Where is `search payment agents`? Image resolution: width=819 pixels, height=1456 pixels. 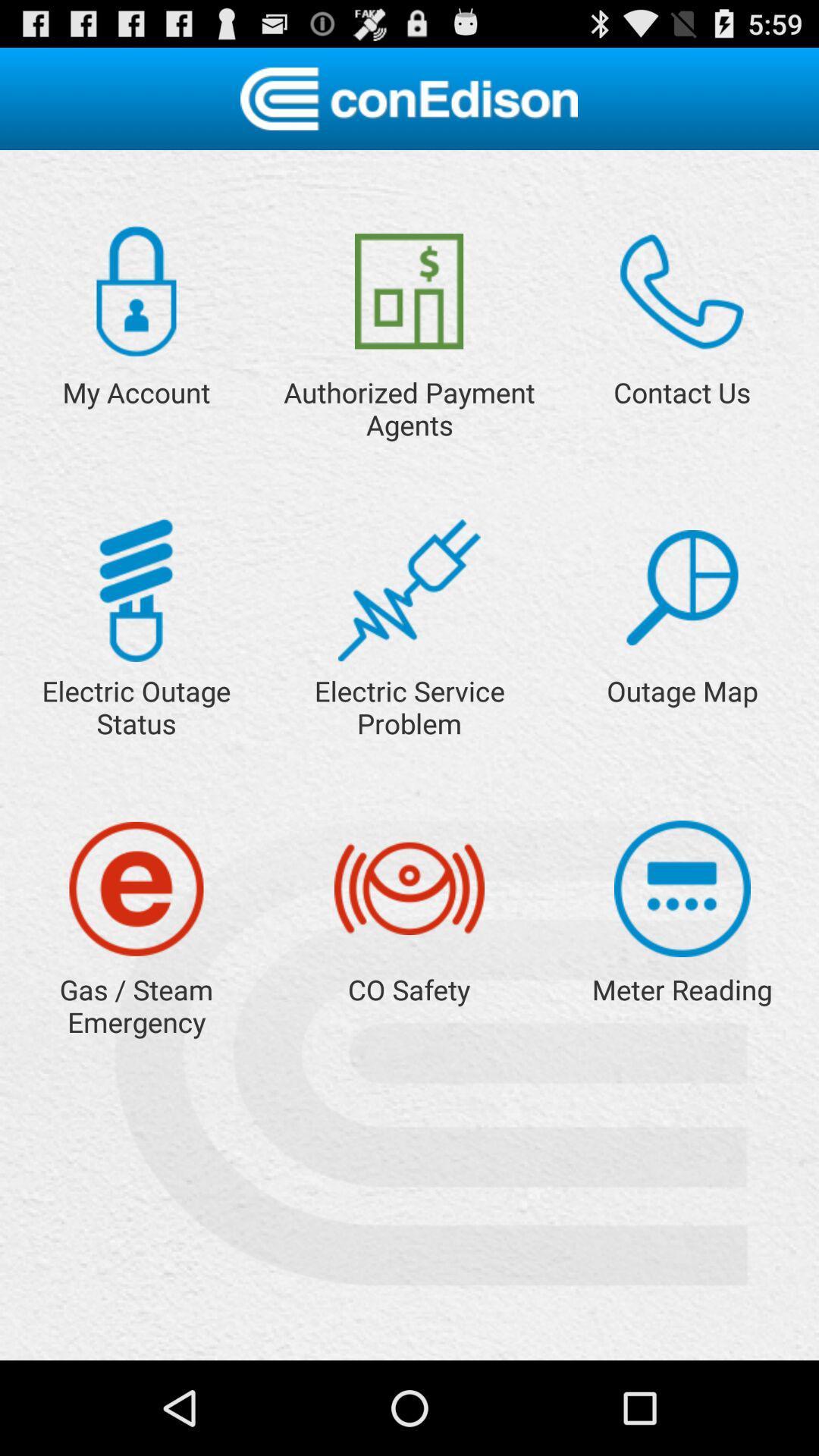 search payment agents is located at coordinates (408, 291).